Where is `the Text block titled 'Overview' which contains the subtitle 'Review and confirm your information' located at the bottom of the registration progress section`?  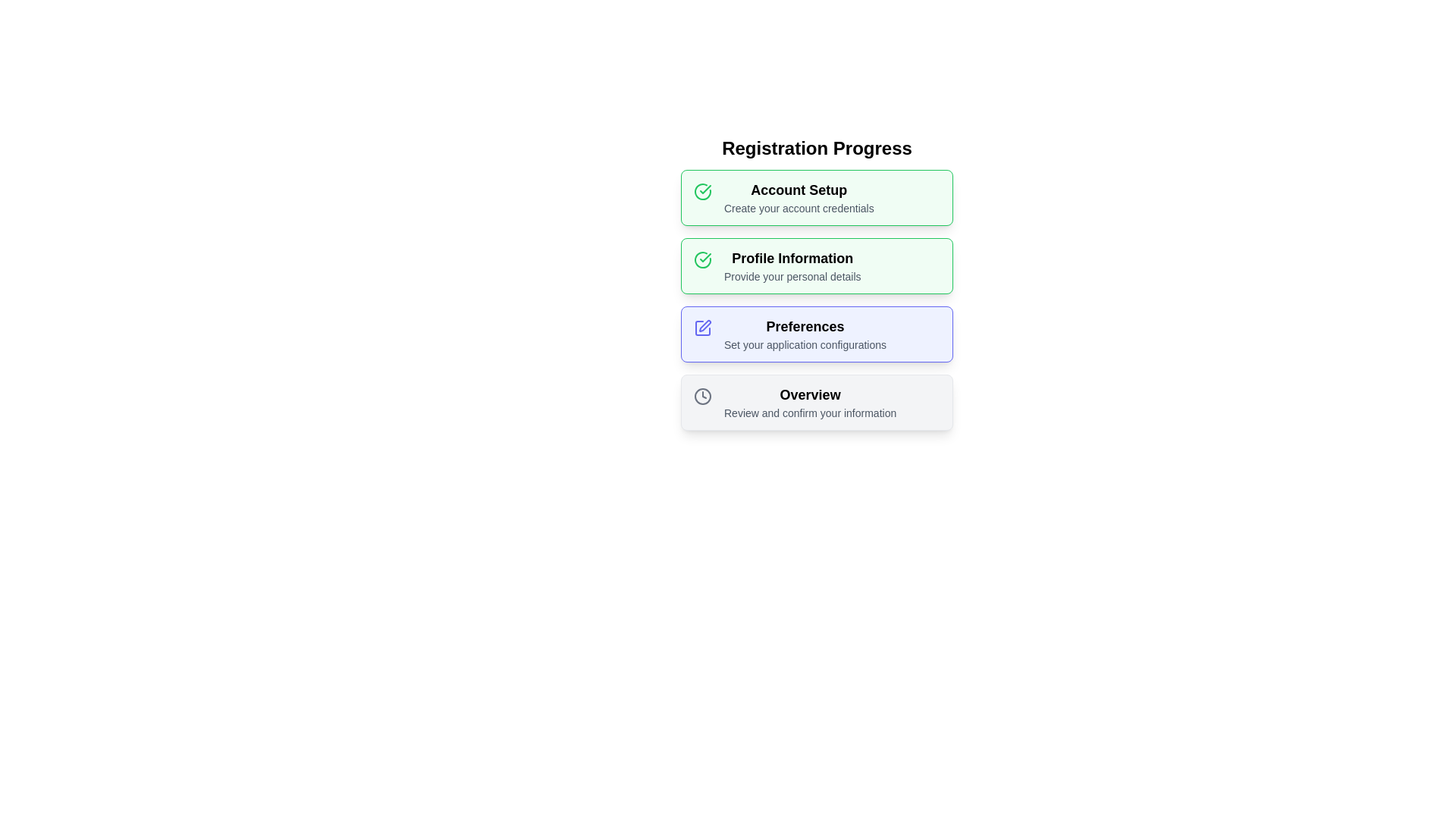
the Text block titled 'Overview' which contains the subtitle 'Review and confirm your information' located at the bottom of the registration progress section is located at coordinates (809, 402).